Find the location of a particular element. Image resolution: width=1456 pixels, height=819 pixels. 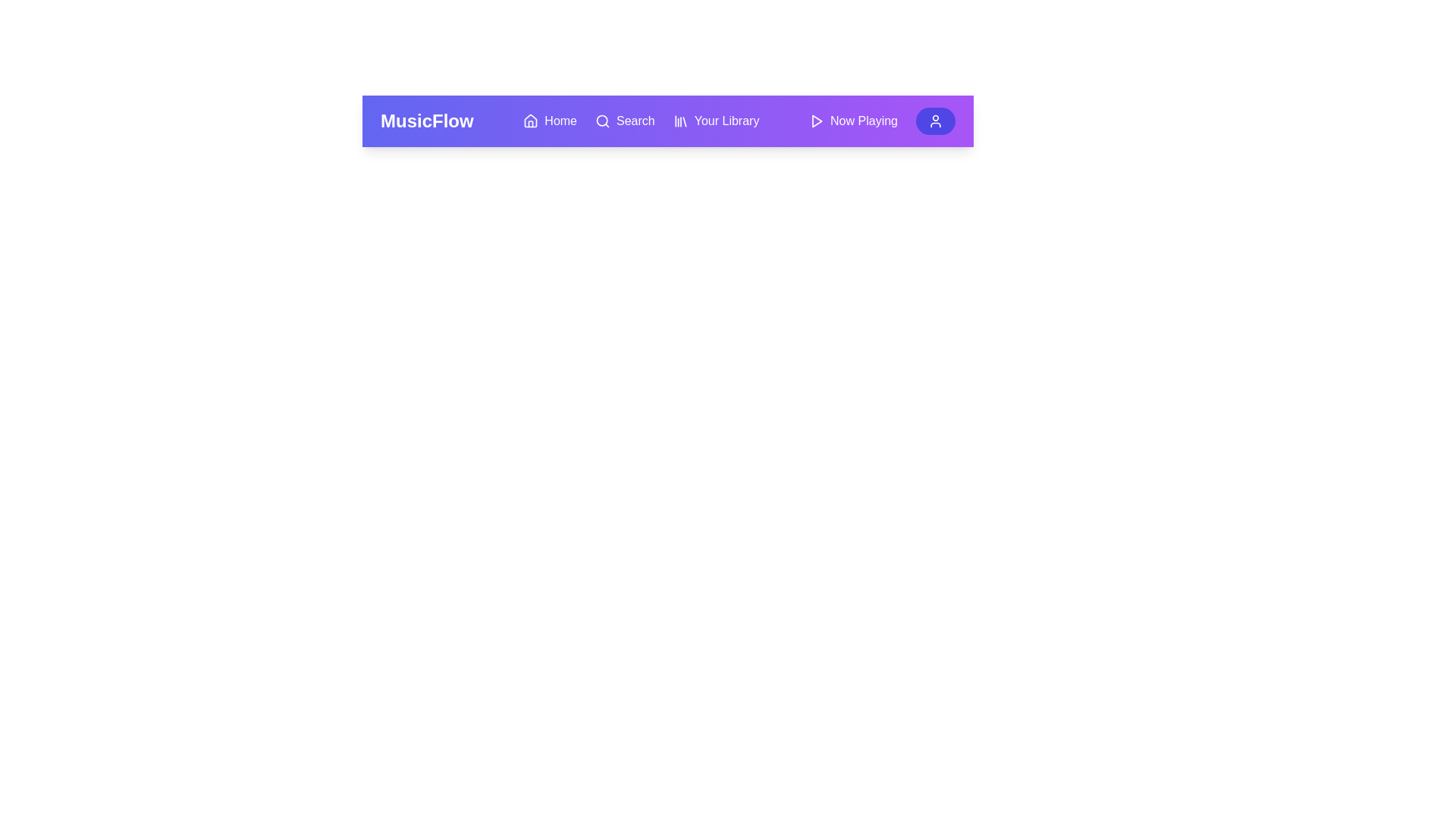

the Now Playing button to navigate to the corresponding section is located at coordinates (852, 120).